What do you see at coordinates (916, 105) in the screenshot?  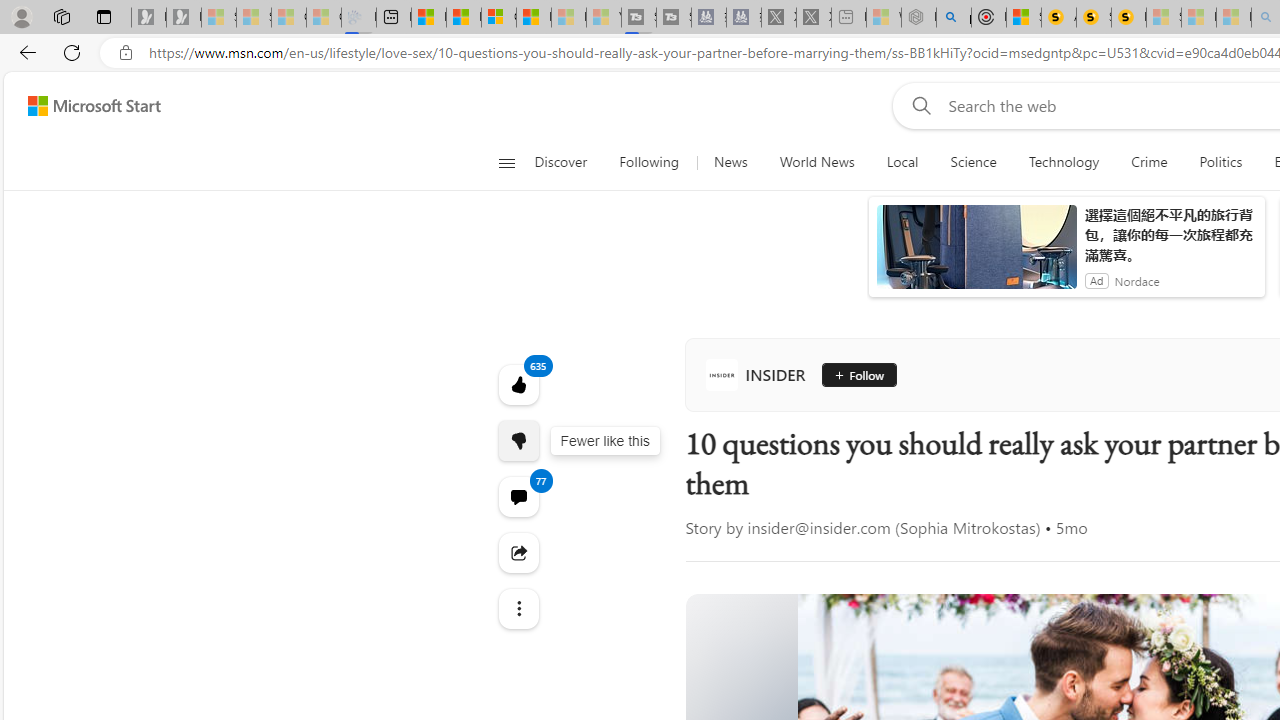 I see `'Web search'` at bounding box center [916, 105].